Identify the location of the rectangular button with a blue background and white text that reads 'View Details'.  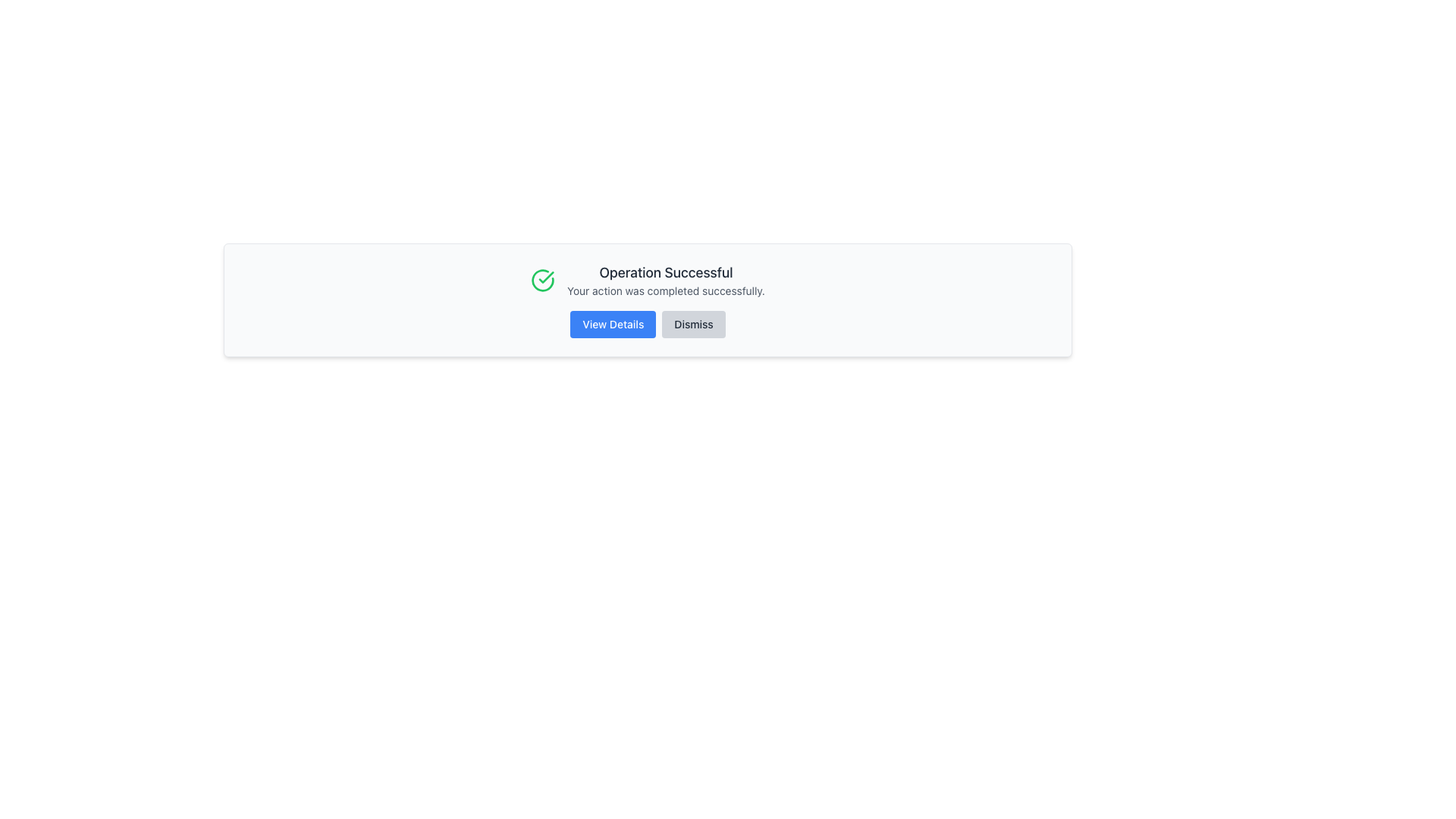
(613, 324).